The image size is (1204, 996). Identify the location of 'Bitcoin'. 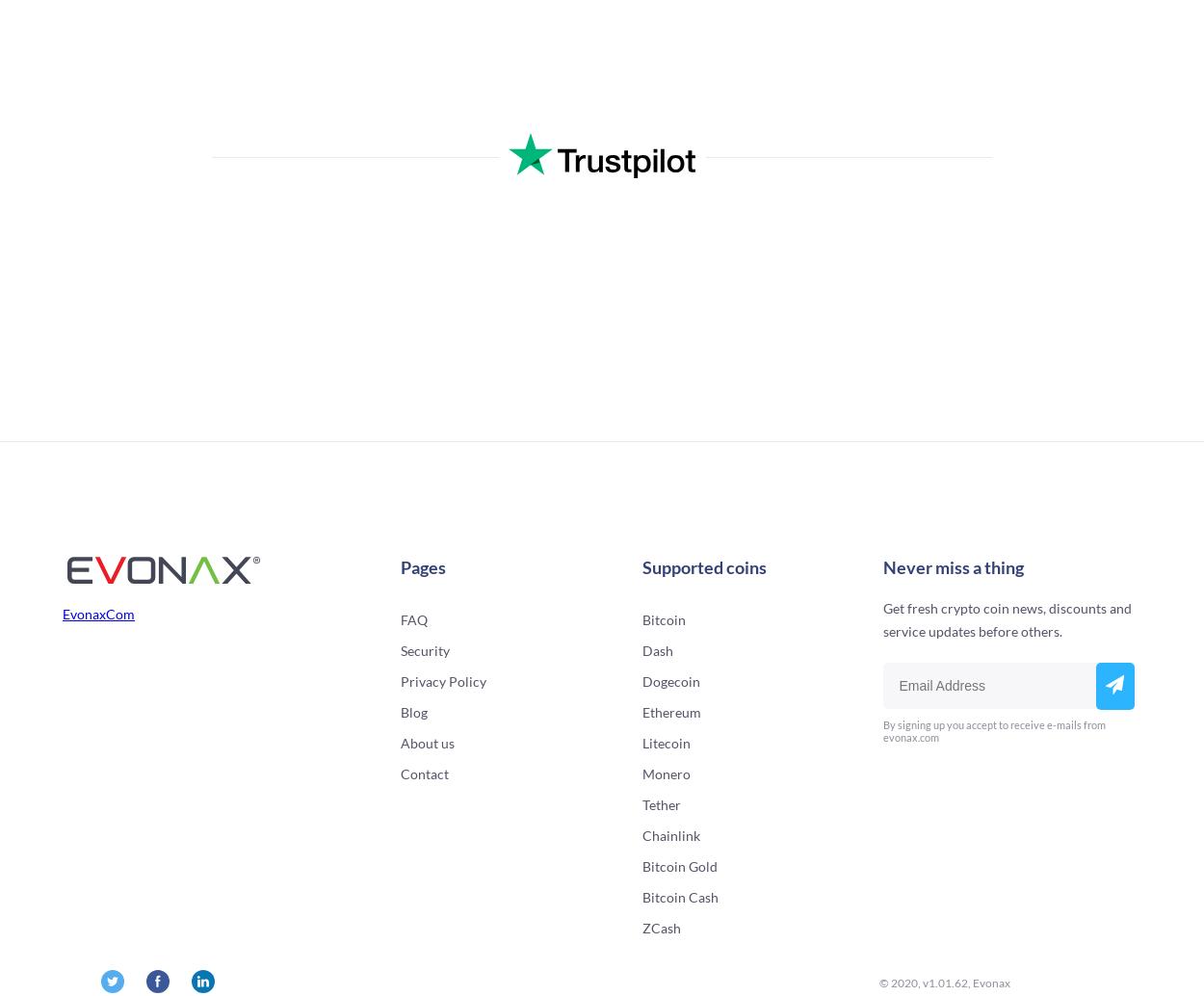
(663, 619).